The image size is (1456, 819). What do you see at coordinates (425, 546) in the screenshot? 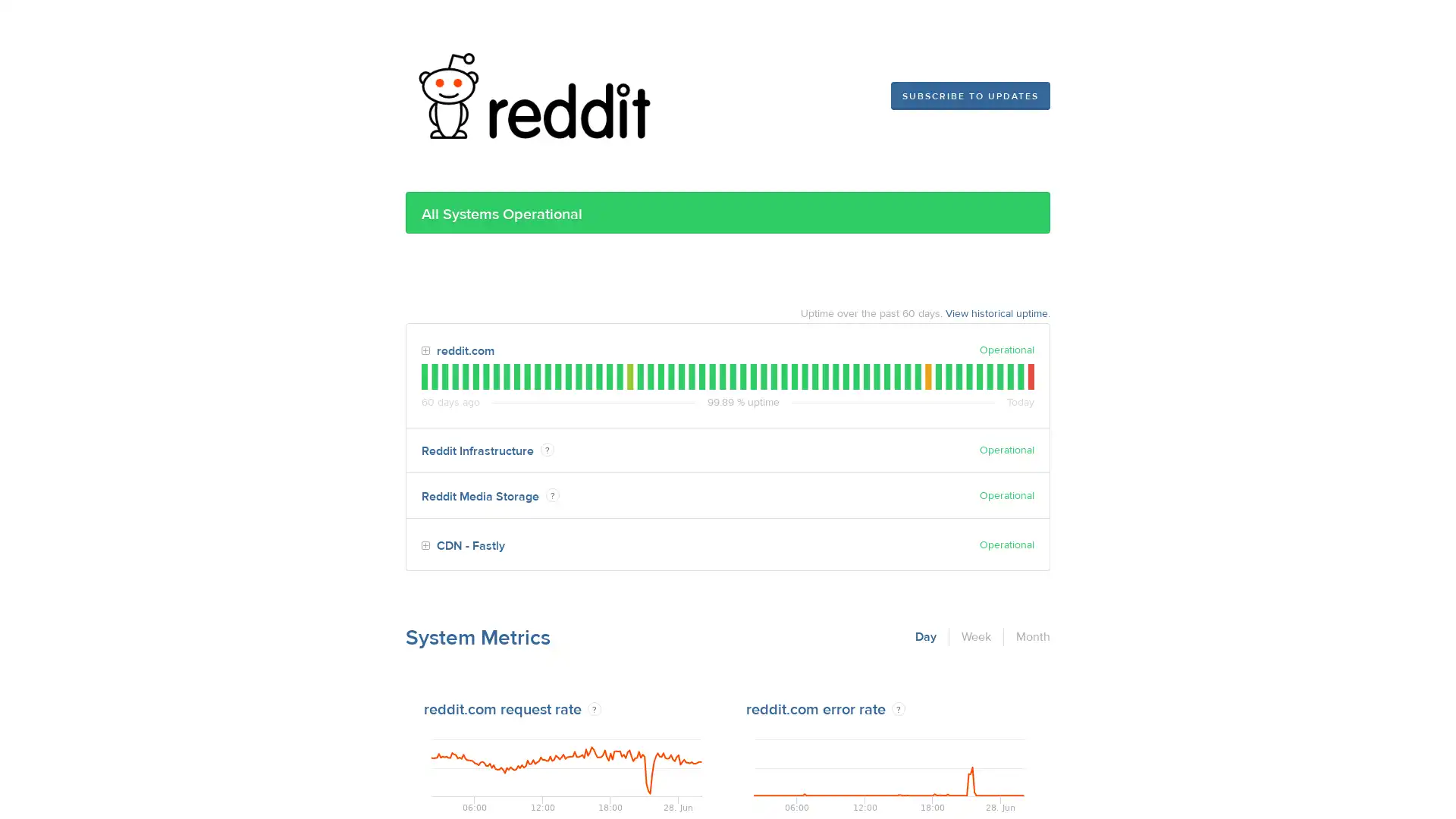
I see `Toggle CDN - Fastly` at bounding box center [425, 546].